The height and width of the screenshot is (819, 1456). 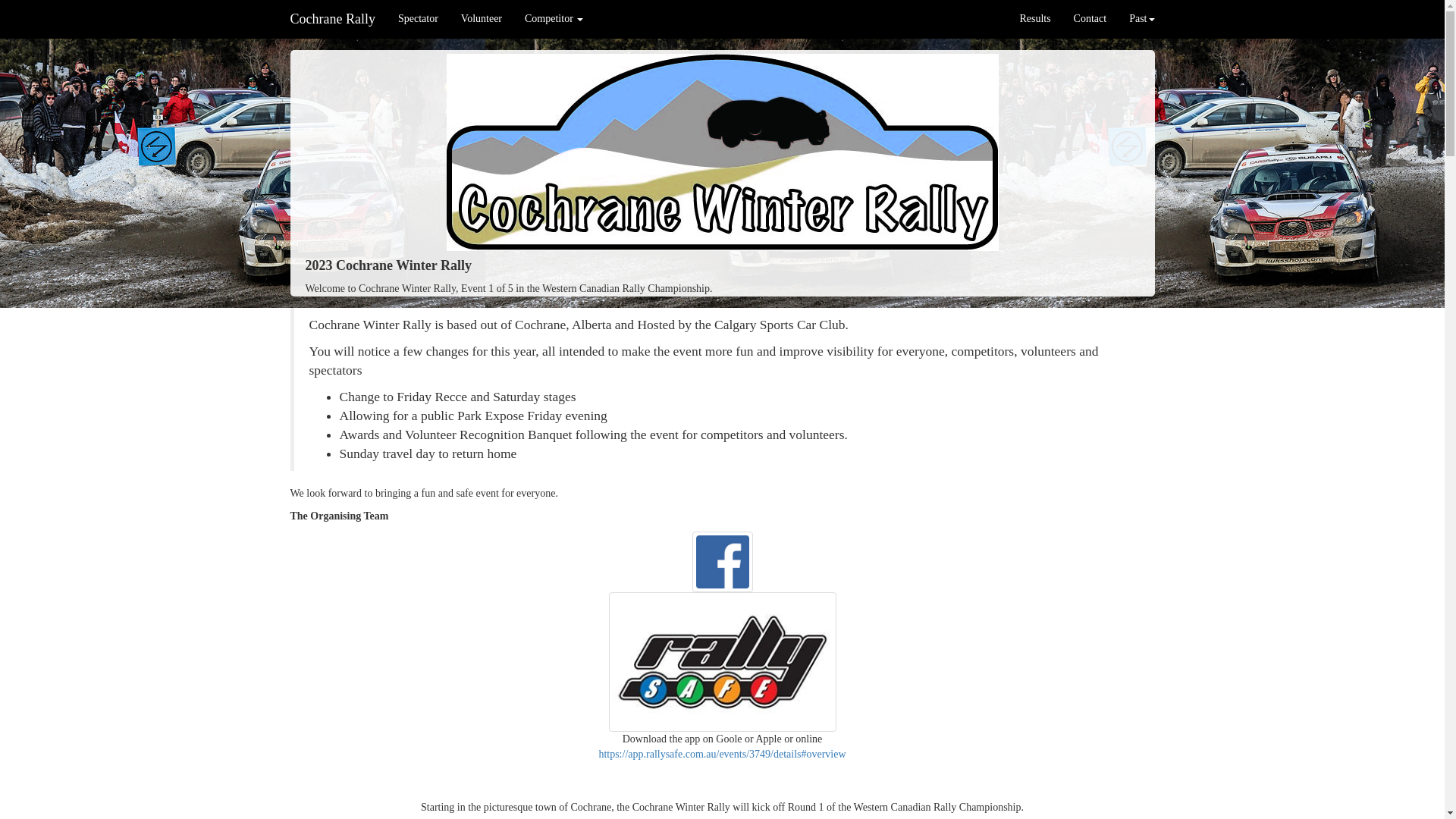 What do you see at coordinates (480, 18) in the screenshot?
I see `'Volunteer'` at bounding box center [480, 18].